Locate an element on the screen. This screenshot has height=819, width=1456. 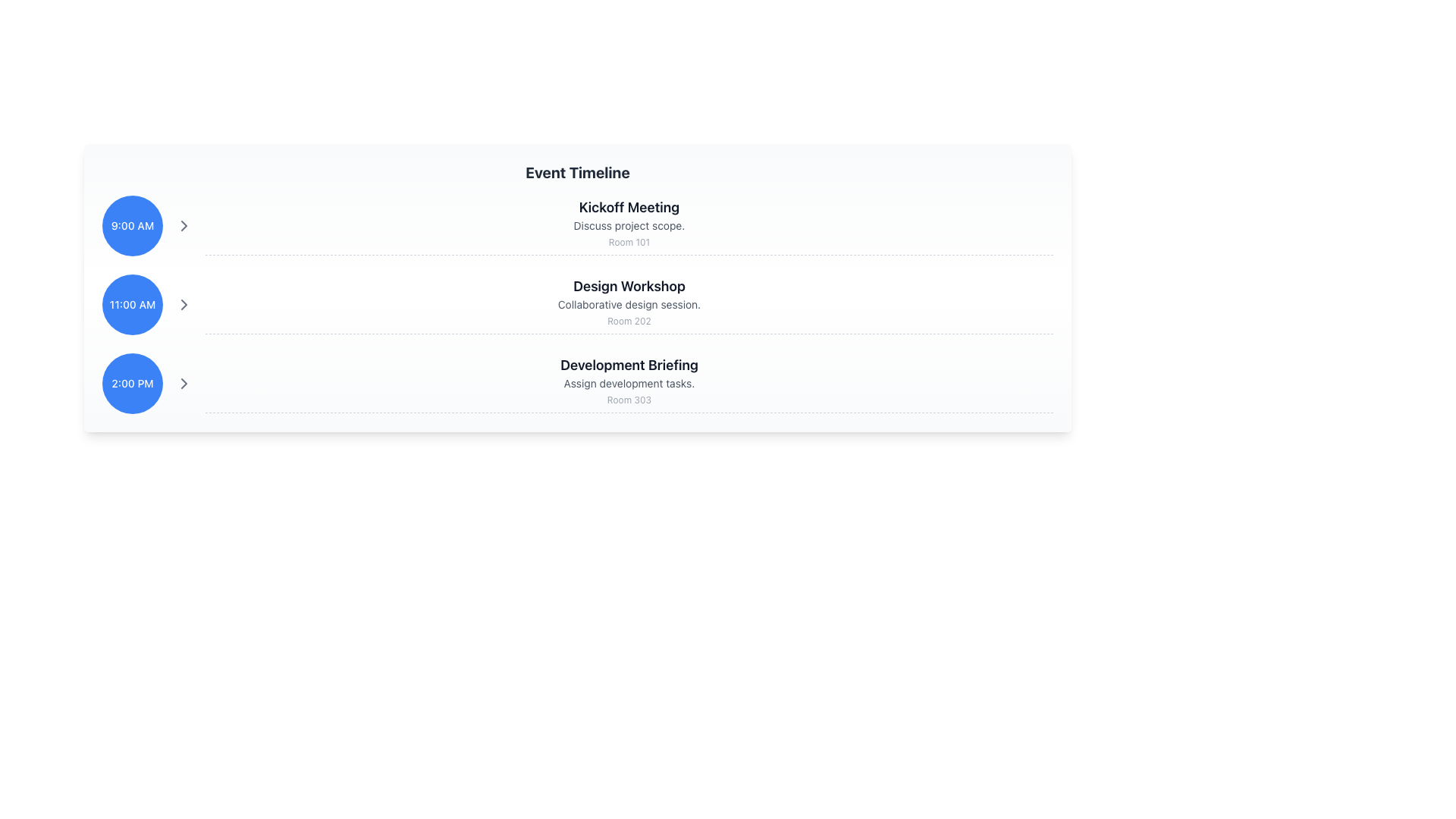
the right-pointing arrow button, which is light gray and located next to the blue circle displaying '11:00 AM' is located at coordinates (184, 304).